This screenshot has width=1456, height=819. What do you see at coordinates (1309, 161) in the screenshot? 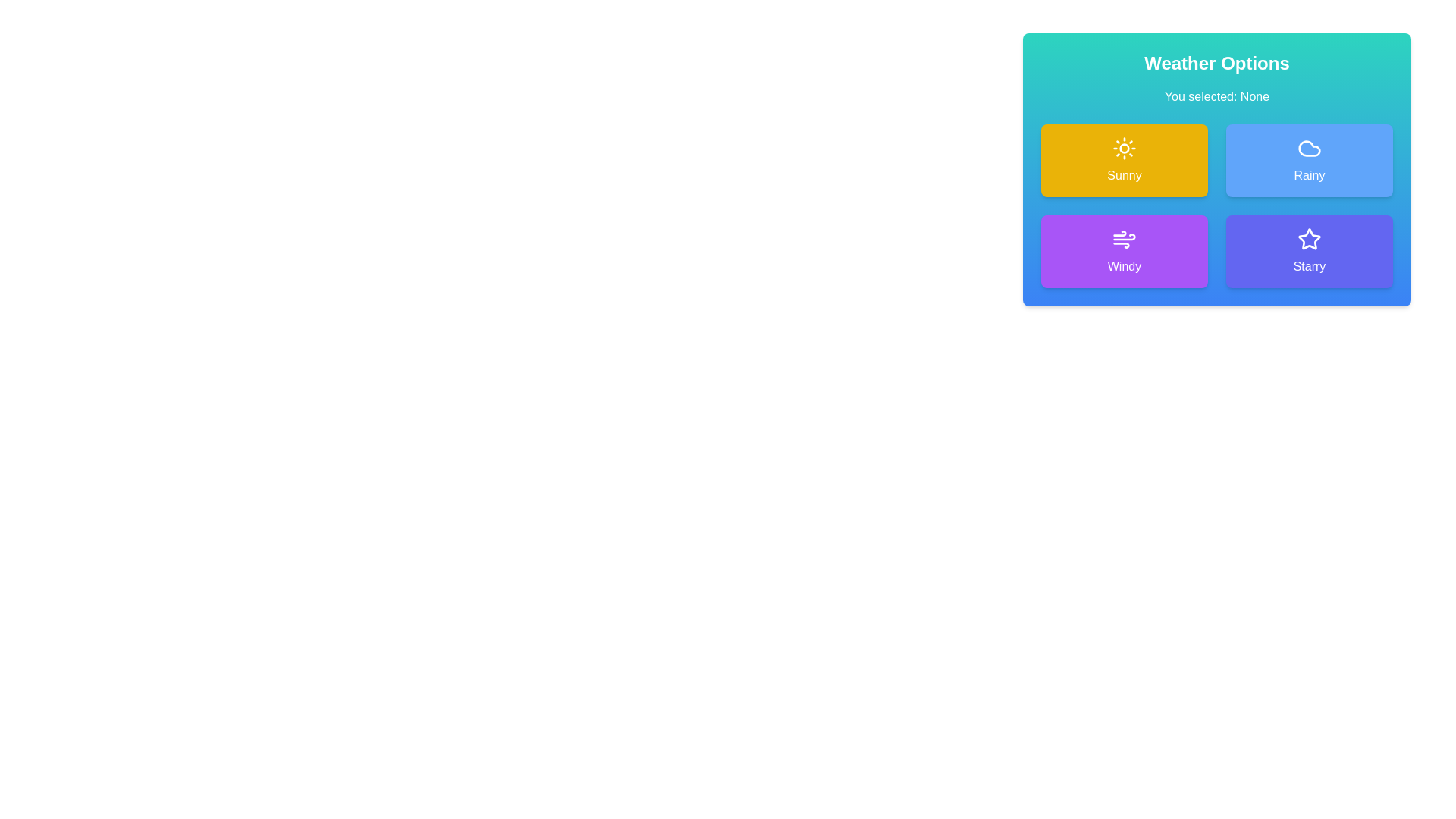
I see `the rectangular blue button with rounded corners labeled 'Rainy', which has a cloud icon above the text` at bounding box center [1309, 161].